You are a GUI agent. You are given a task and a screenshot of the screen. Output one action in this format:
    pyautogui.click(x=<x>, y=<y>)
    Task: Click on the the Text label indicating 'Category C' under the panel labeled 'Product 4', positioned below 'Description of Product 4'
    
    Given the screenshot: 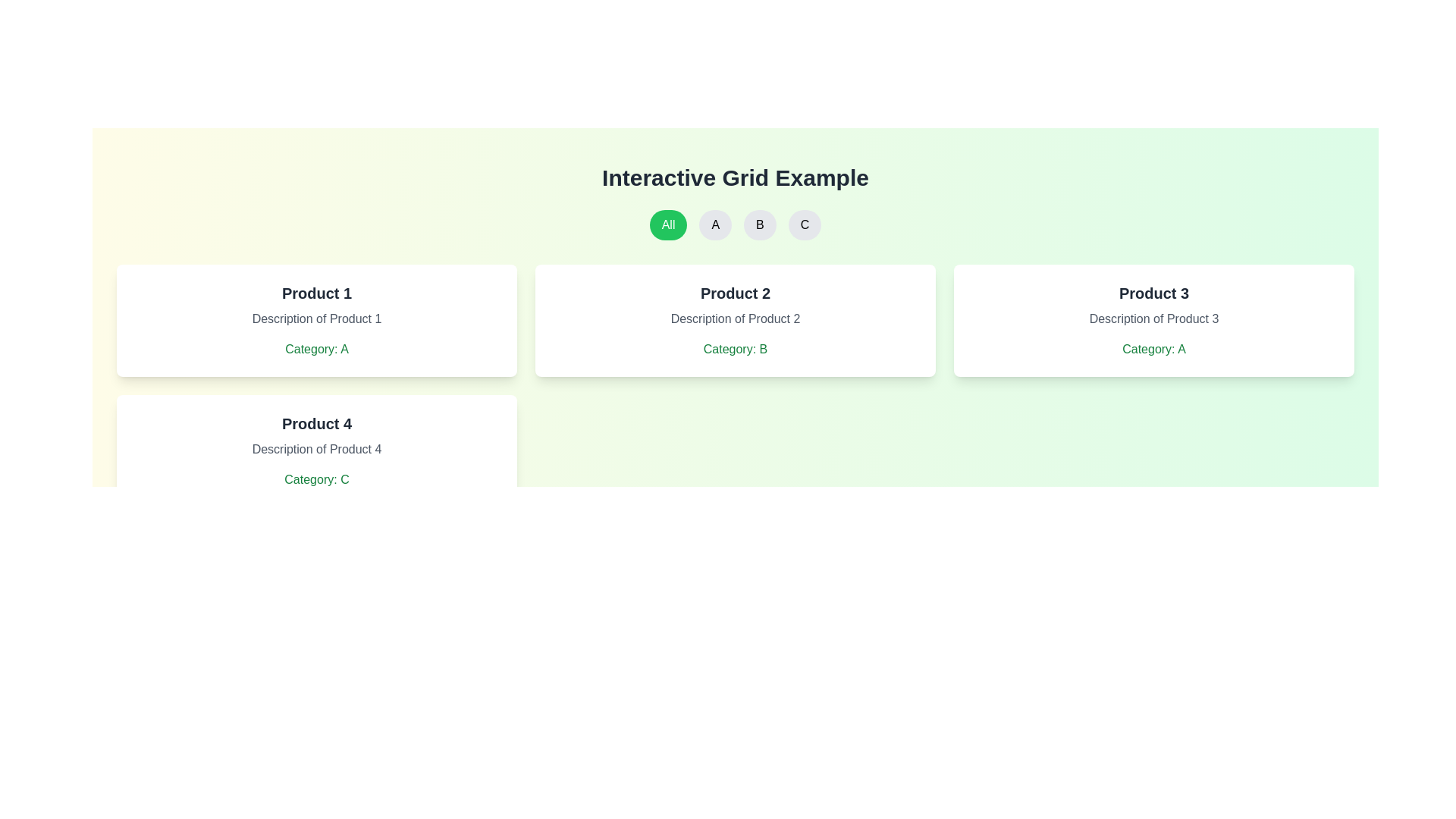 What is the action you would take?
    pyautogui.click(x=315, y=479)
    